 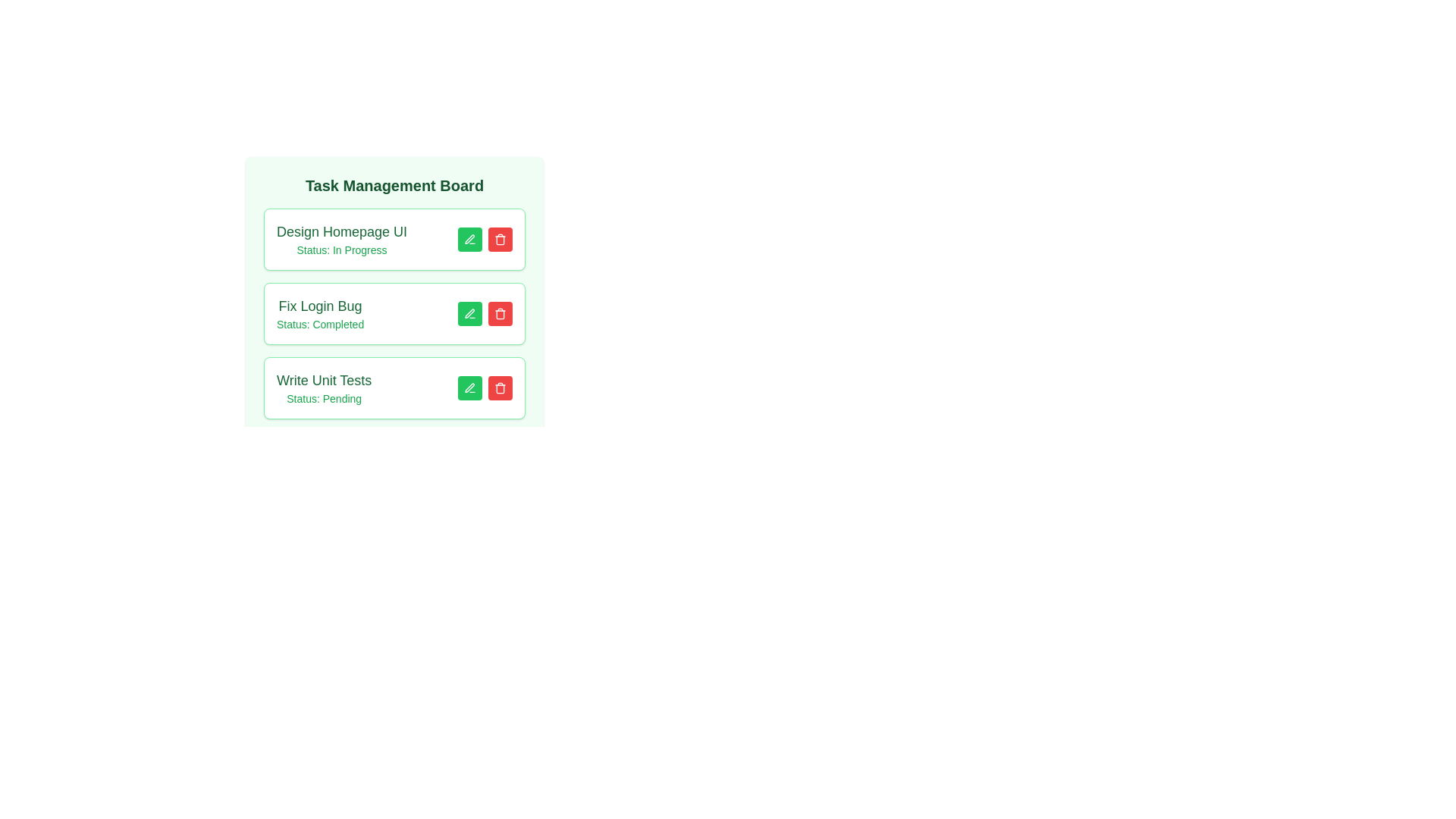 What do you see at coordinates (500, 239) in the screenshot?
I see `the task with the title Design Homepage UI` at bounding box center [500, 239].